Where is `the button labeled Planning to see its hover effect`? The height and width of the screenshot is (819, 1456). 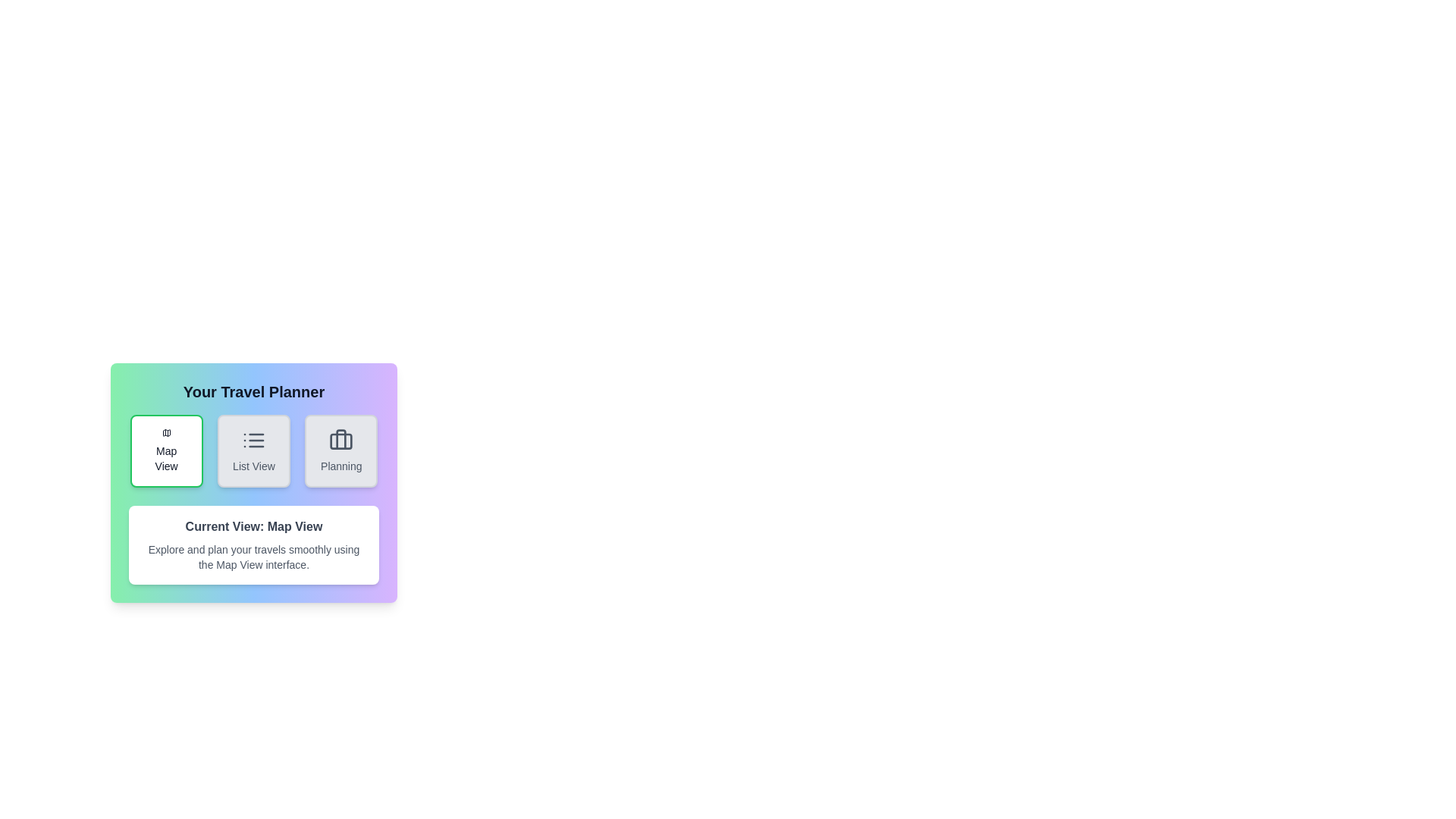 the button labeled Planning to see its hover effect is located at coordinates (340, 450).